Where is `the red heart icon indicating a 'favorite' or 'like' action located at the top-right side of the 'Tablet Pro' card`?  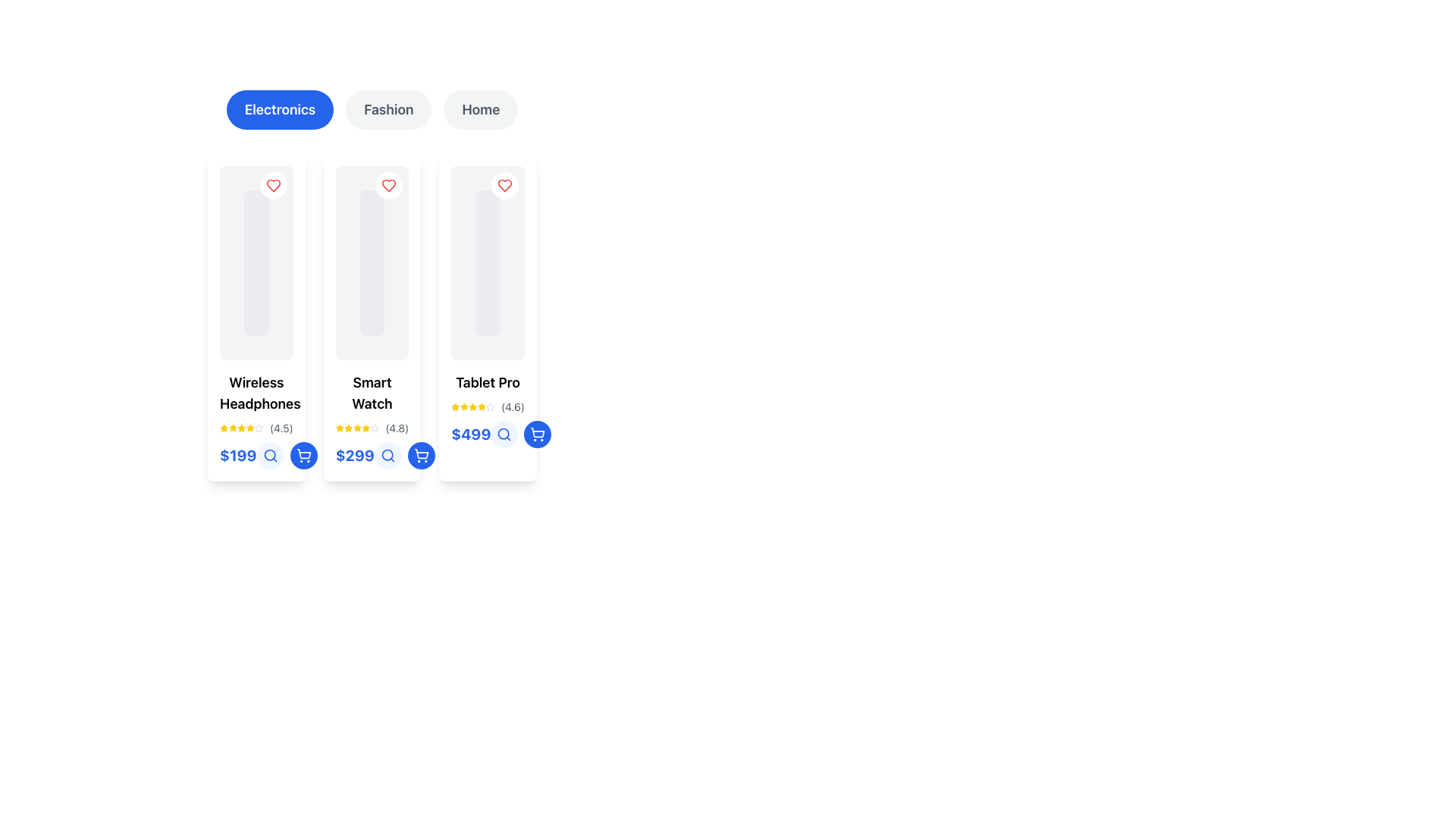 the red heart icon indicating a 'favorite' or 'like' action located at the top-right side of the 'Tablet Pro' card is located at coordinates (505, 185).